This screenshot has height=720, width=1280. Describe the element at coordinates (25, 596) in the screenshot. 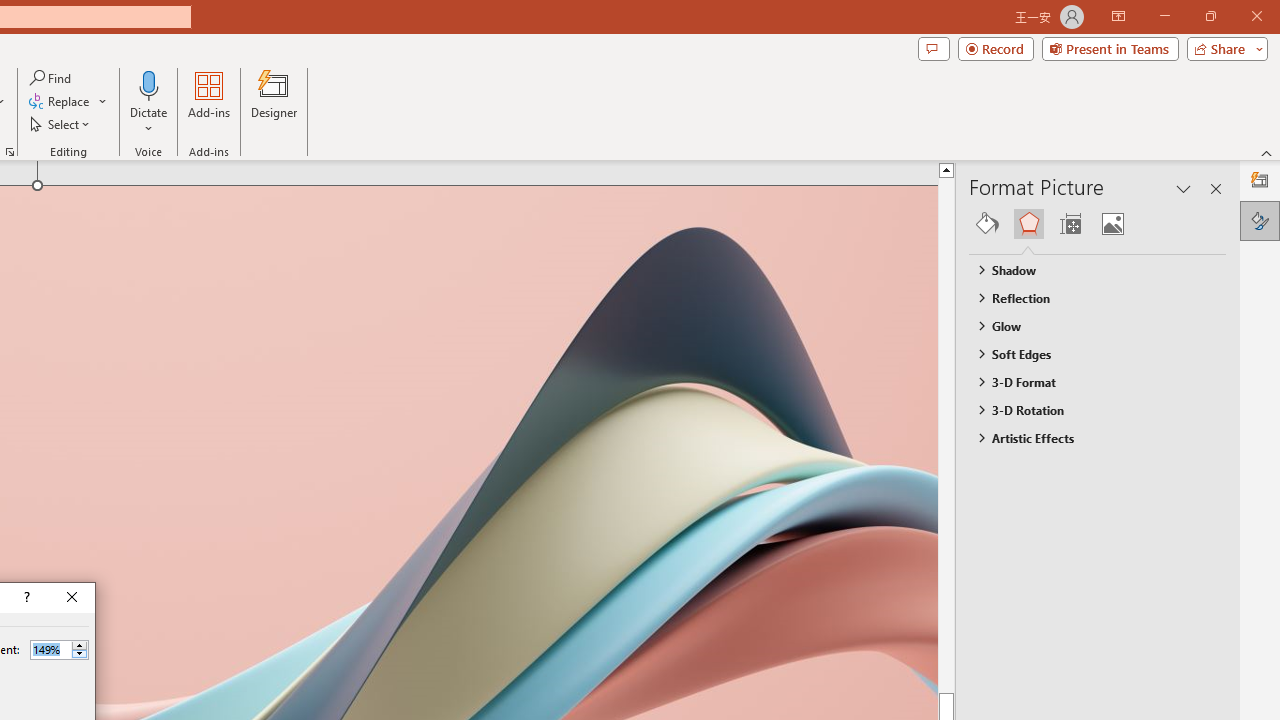

I see `'Context help'` at that location.